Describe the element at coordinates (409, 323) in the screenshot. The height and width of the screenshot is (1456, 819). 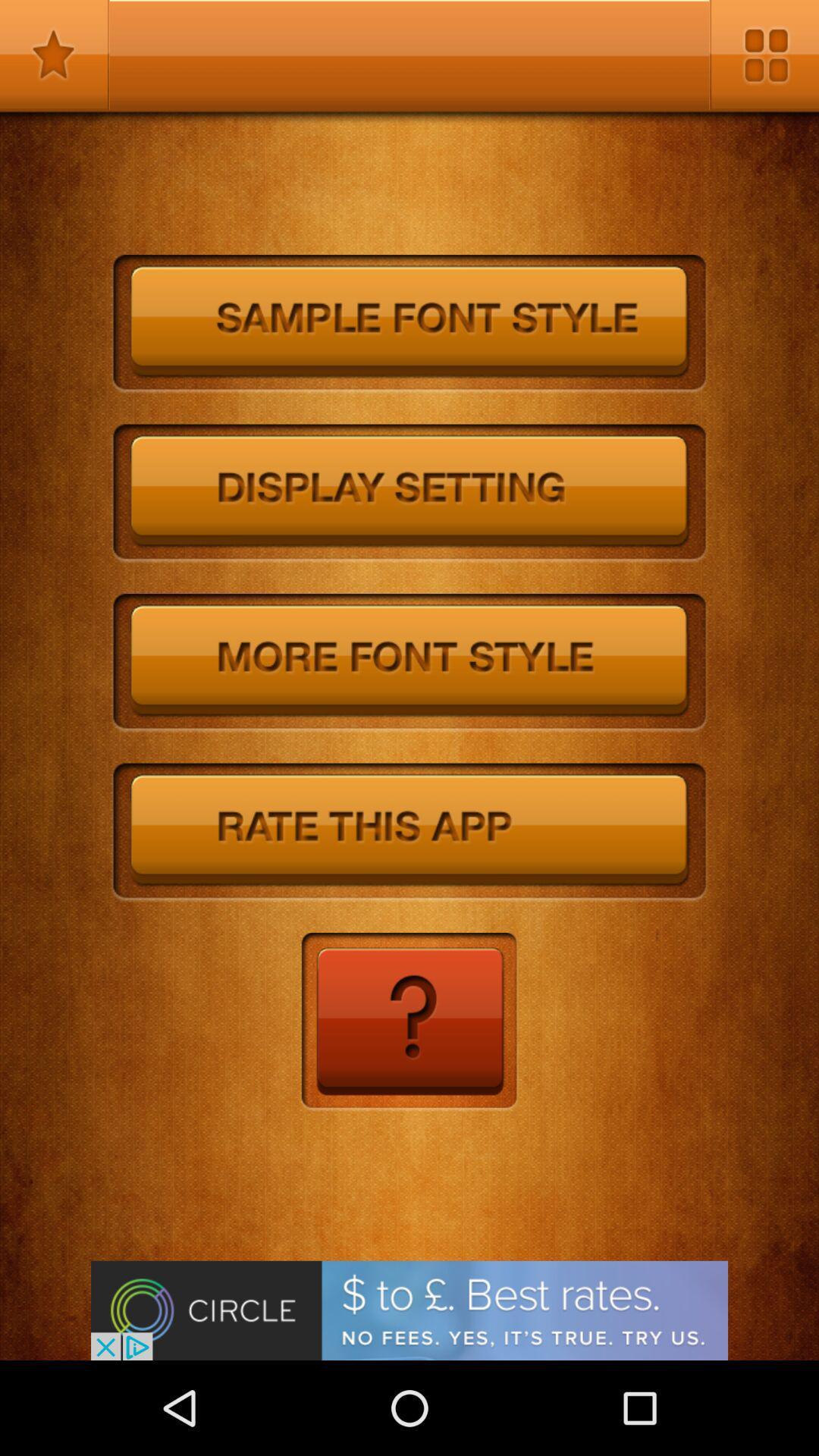
I see `sample font style button` at that location.